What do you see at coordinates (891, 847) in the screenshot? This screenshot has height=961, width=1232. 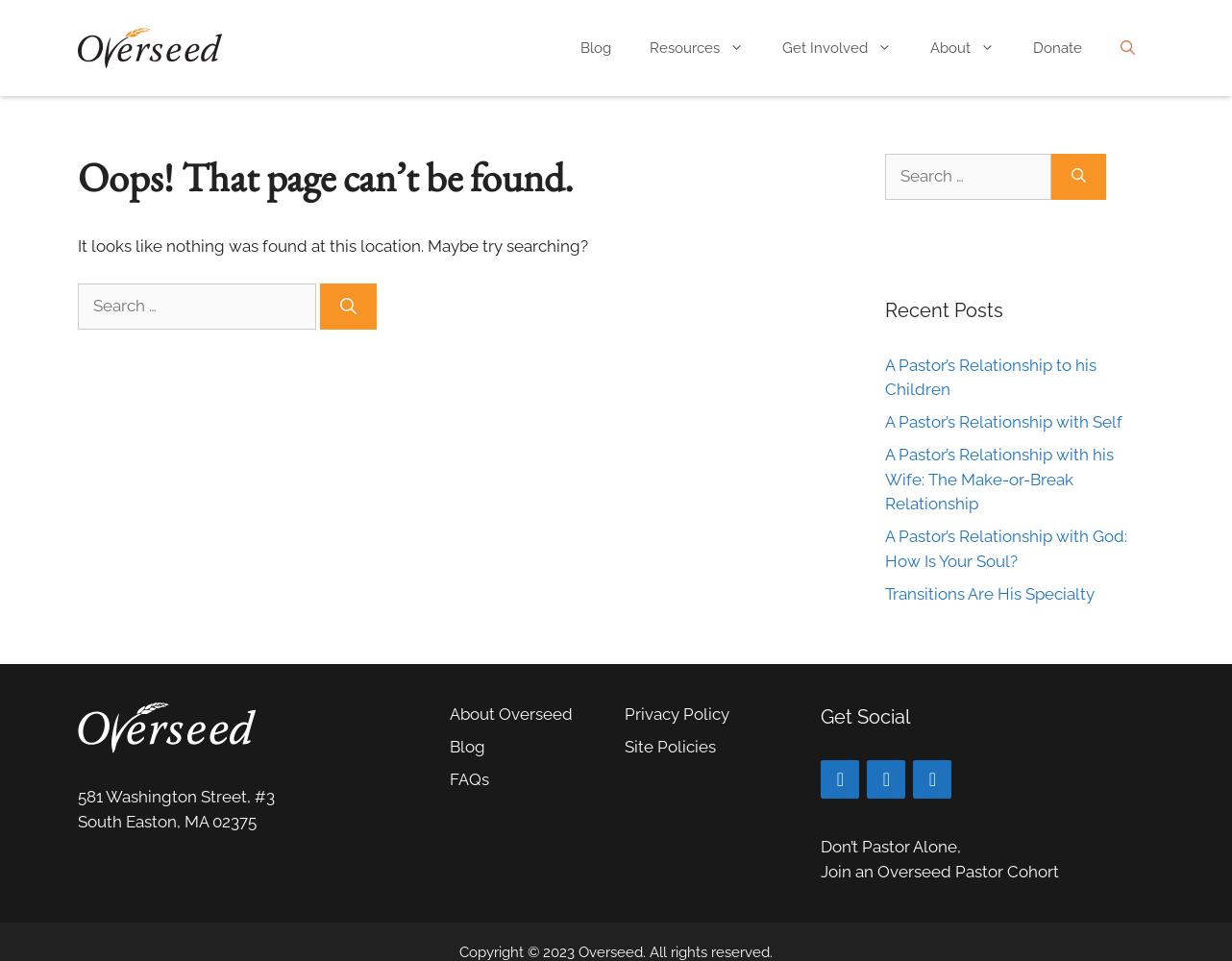 I see `'Don’t Pastor Alone,'` at bounding box center [891, 847].